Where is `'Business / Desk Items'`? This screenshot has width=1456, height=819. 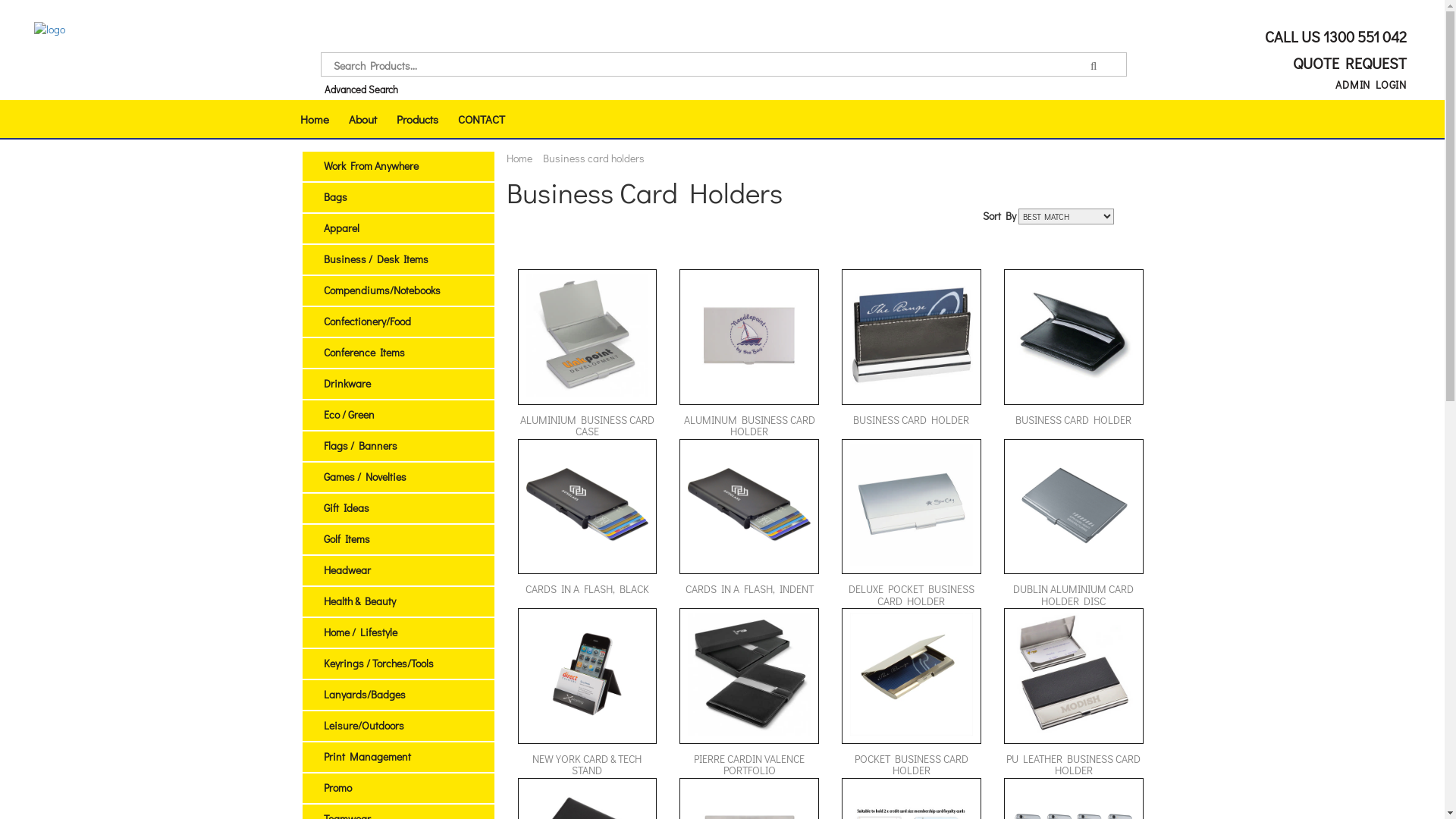
'Business / Desk Items' is located at coordinates (375, 258).